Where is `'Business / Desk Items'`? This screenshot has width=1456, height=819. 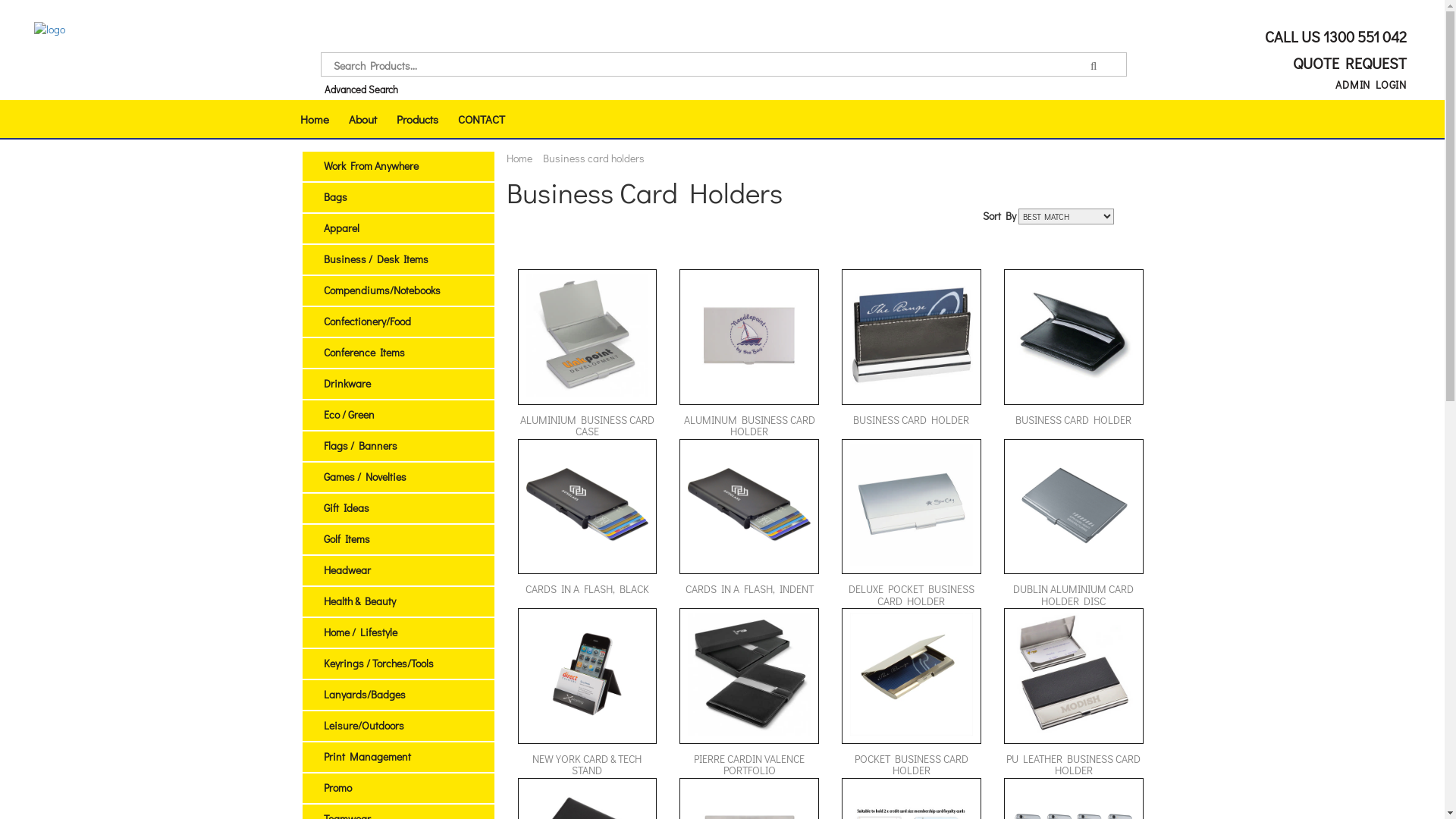
'Business / Desk Items' is located at coordinates (375, 258).